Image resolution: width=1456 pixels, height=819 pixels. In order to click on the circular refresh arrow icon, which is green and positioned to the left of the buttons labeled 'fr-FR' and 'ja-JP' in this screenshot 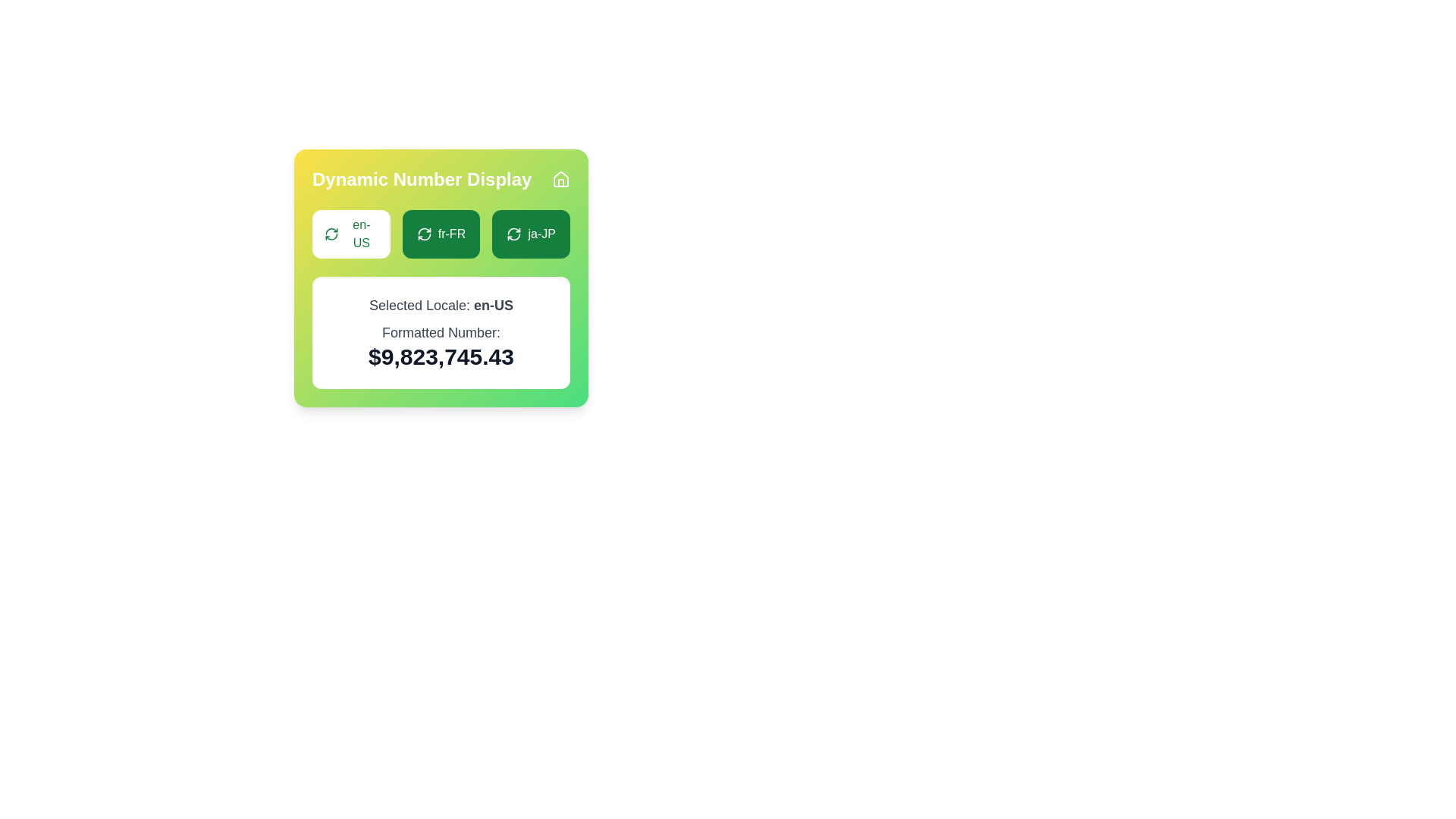, I will do `click(331, 234)`.